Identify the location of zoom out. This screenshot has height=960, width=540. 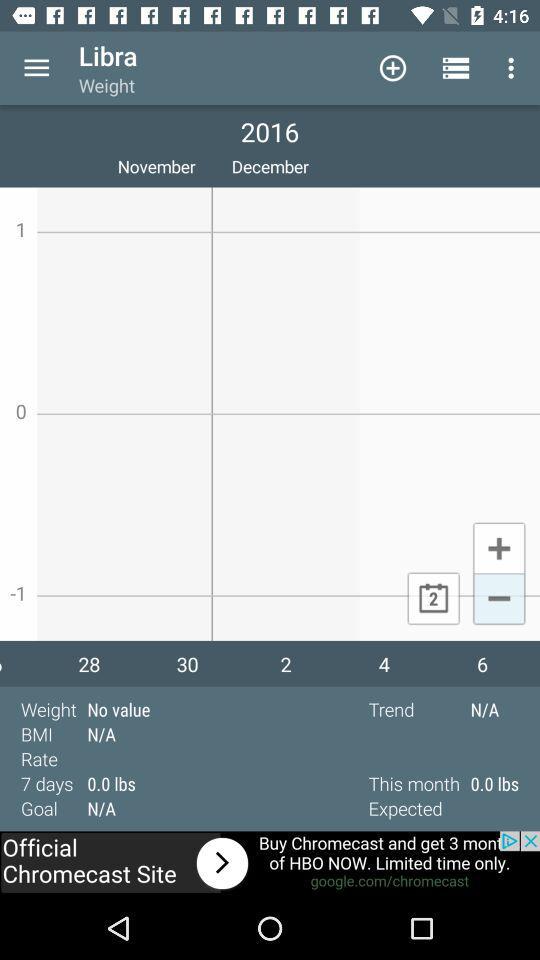
(498, 600).